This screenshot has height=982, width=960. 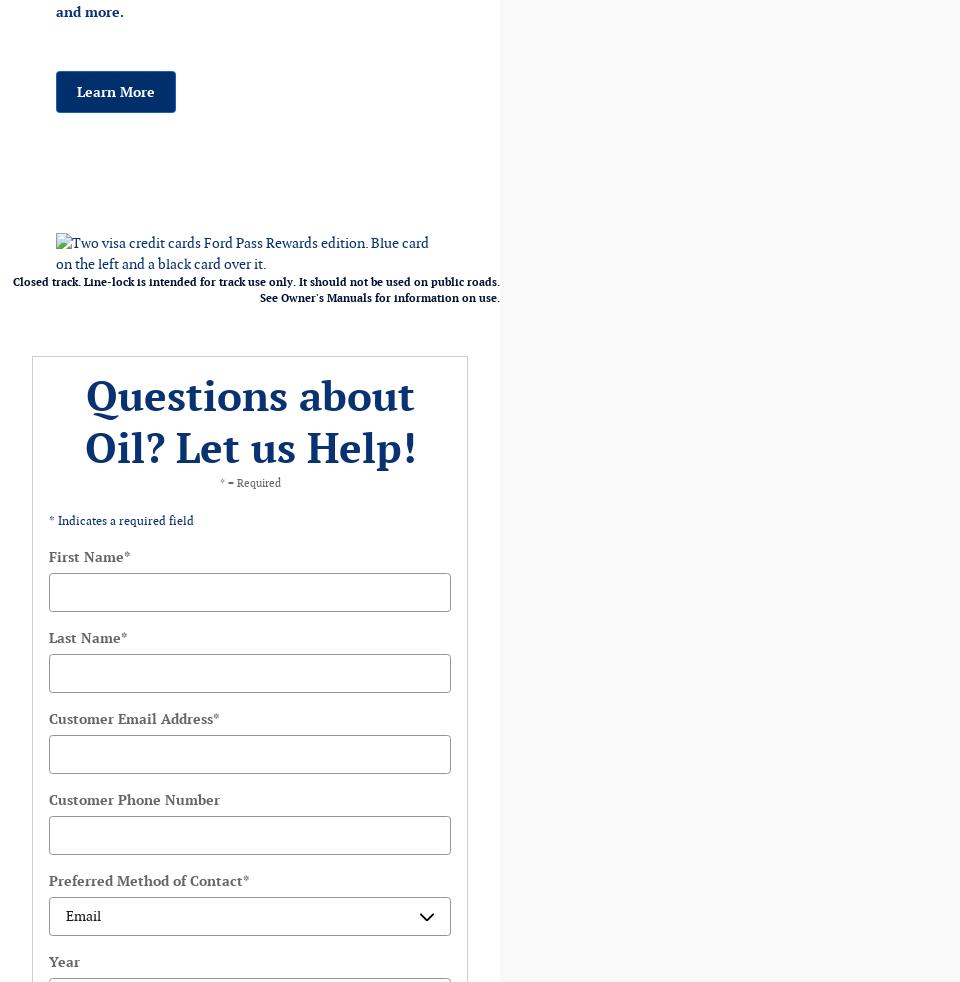 I want to click on 'Customer Email Address', so click(x=47, y=718).